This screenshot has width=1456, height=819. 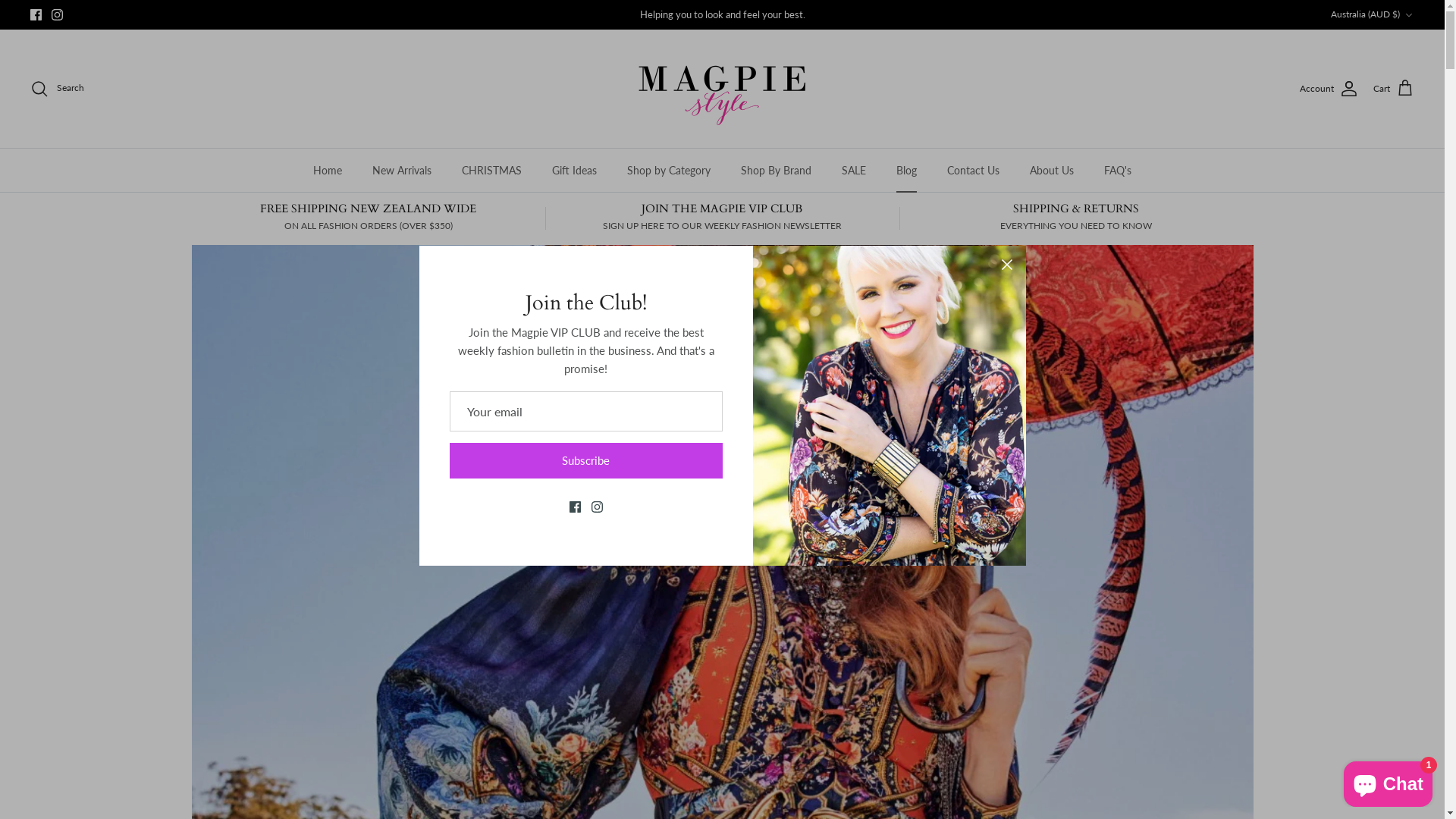 What do you see at coordinates (776, 170) in the screenshot?
I see `'Shop By Brand'` at bounding box center [776, 170].